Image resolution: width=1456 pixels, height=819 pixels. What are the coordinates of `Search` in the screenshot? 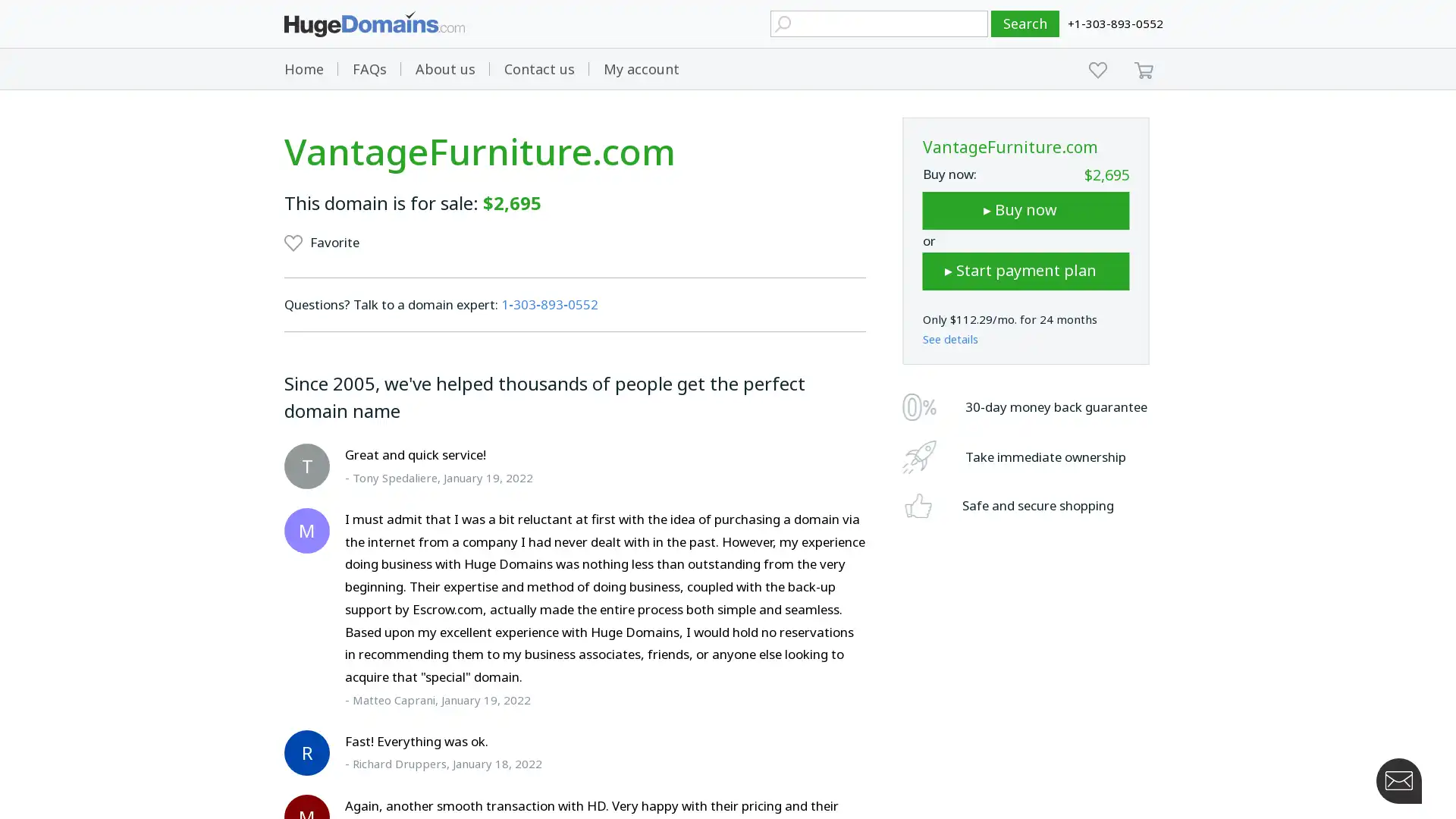 It's located at (1025, 24).